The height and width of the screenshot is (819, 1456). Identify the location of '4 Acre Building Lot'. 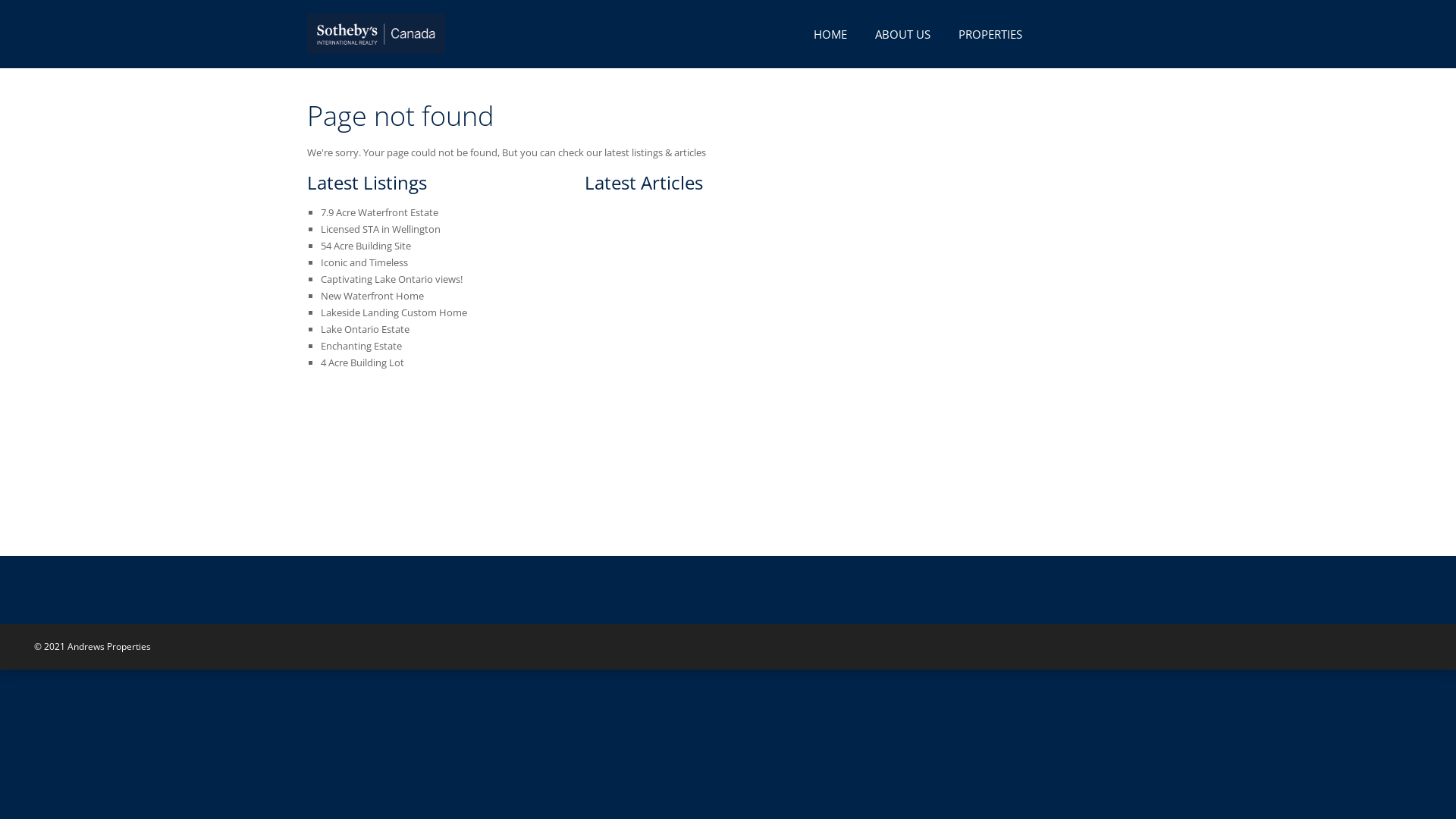
(362, 362).